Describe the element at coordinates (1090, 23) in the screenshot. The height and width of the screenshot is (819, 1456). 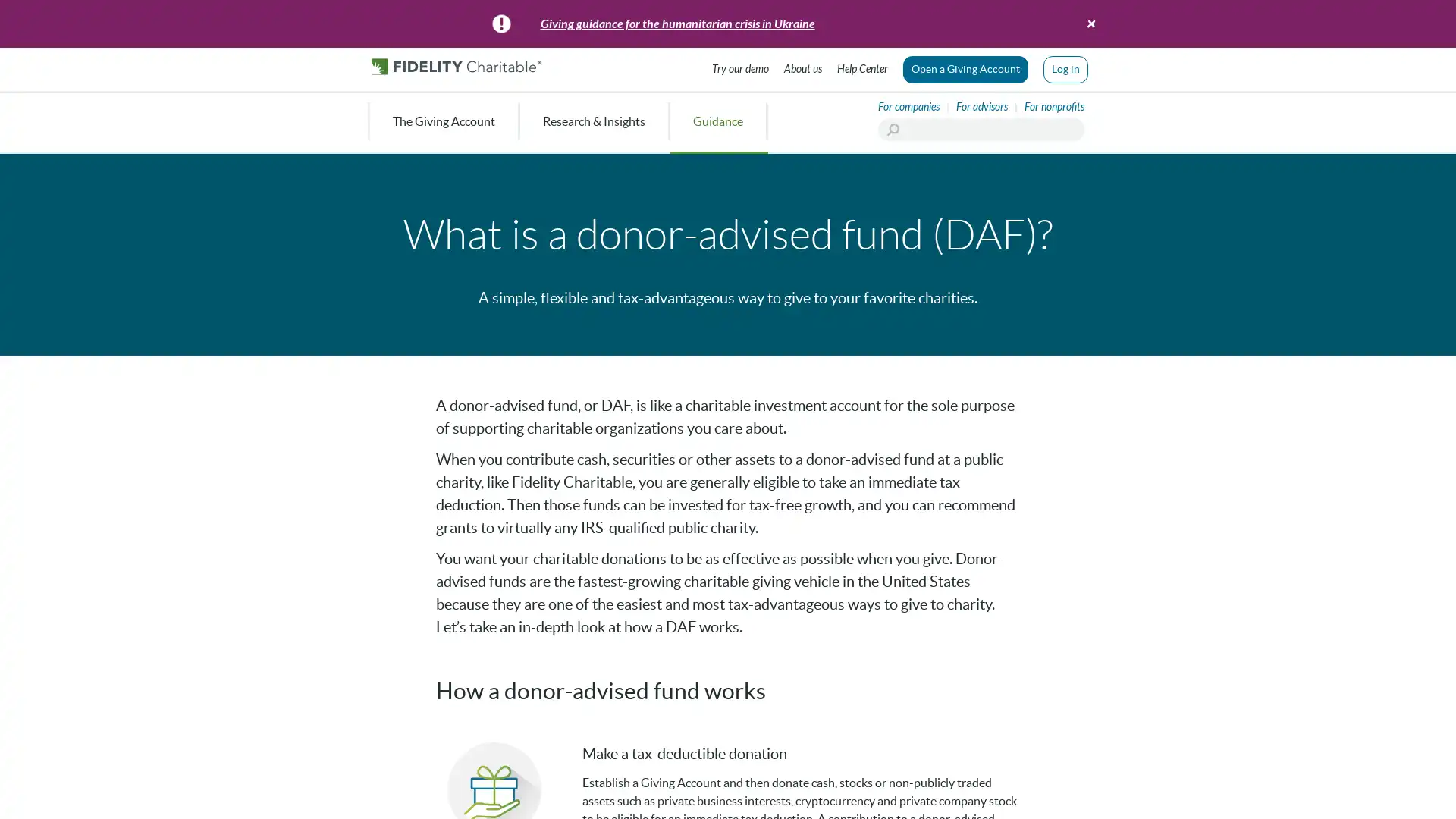
I see `Close banner` at that location.